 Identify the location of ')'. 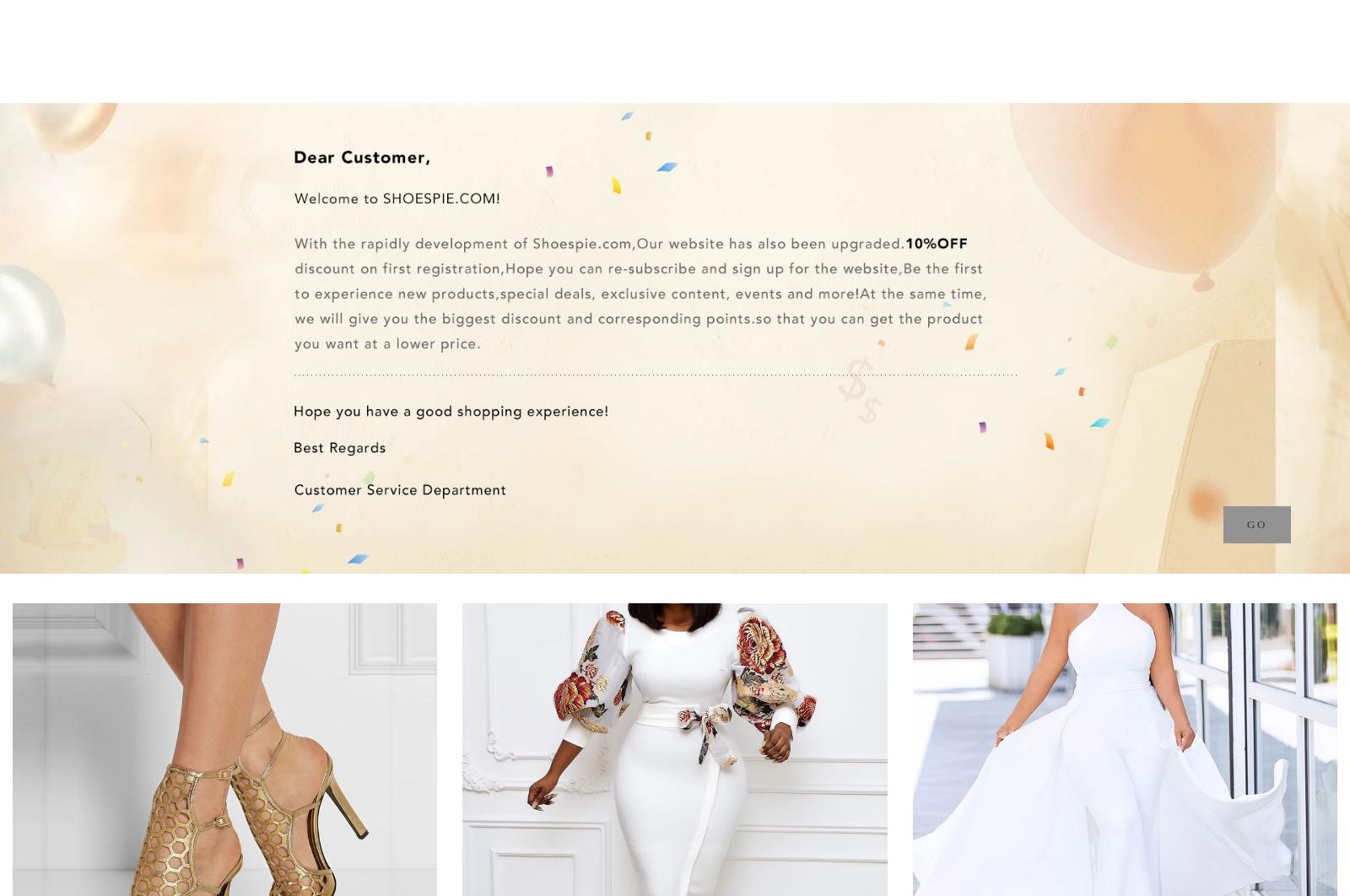
(1290, 26).